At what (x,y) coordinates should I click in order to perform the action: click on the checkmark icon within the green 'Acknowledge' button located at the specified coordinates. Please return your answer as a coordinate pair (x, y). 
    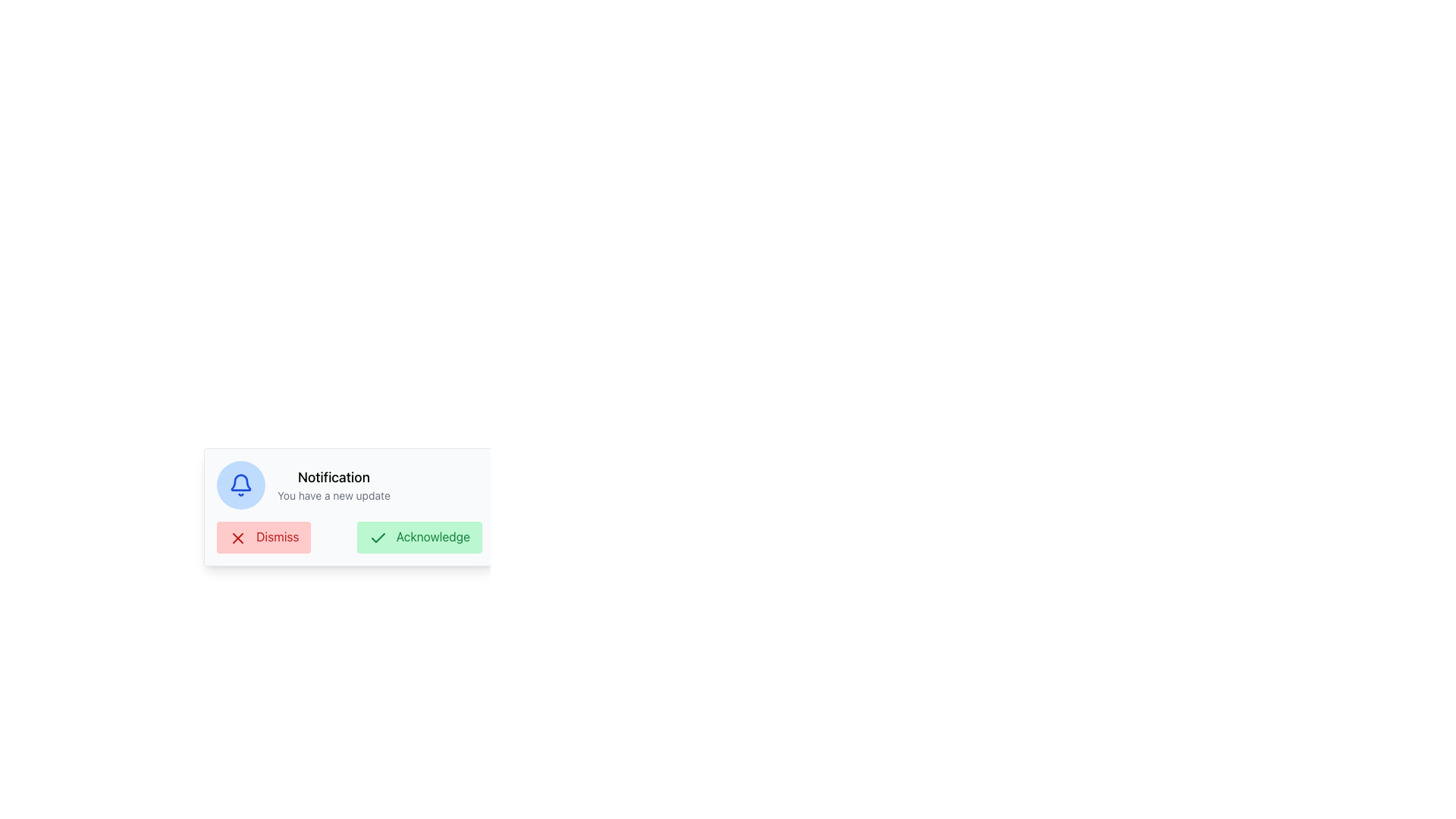
    Looking at the image, I should click on (378, 537).